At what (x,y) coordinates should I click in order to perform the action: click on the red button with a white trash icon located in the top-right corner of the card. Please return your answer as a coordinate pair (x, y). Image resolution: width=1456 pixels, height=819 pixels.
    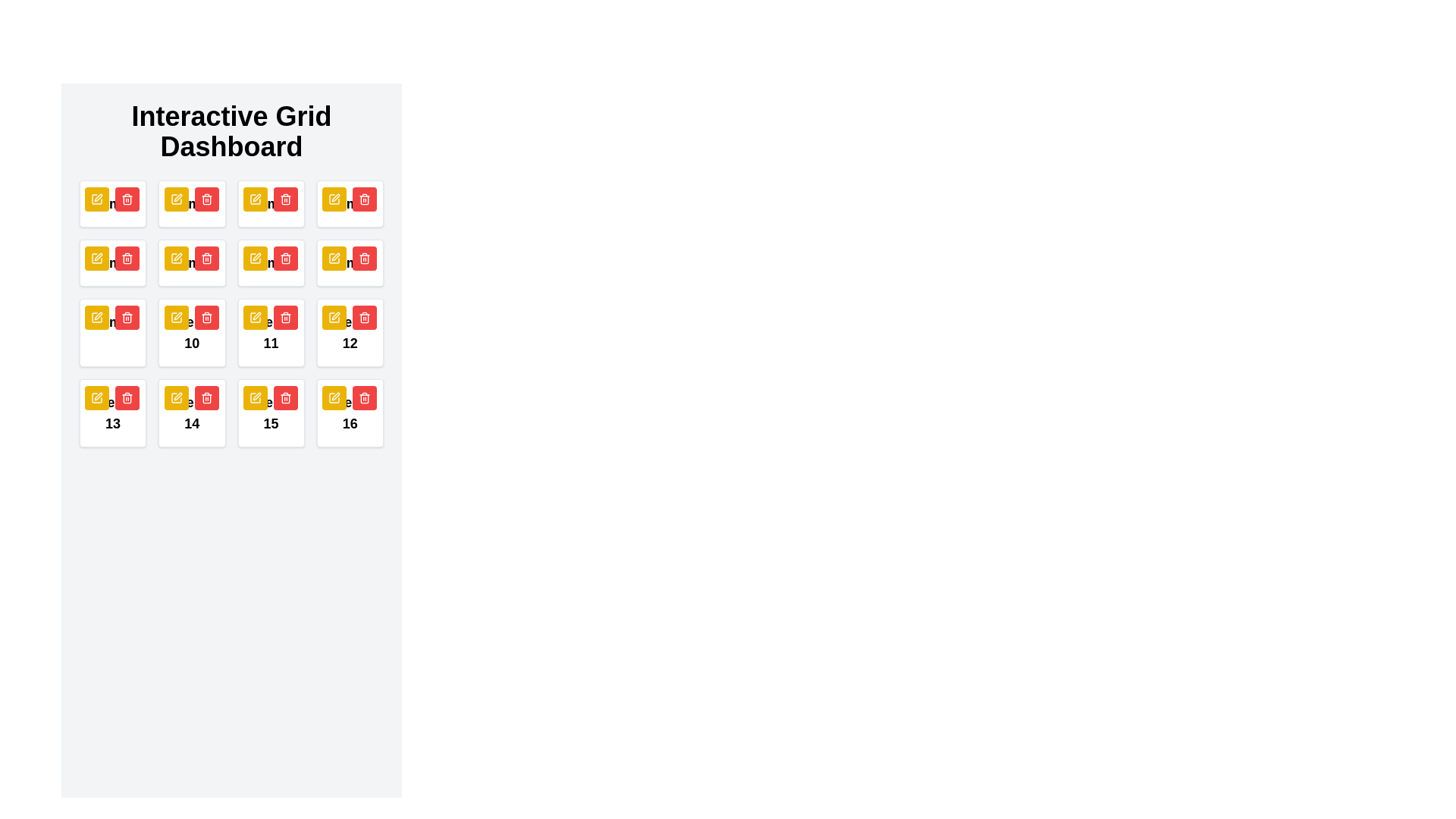
    Looking at the image, I should click on (285, 317).